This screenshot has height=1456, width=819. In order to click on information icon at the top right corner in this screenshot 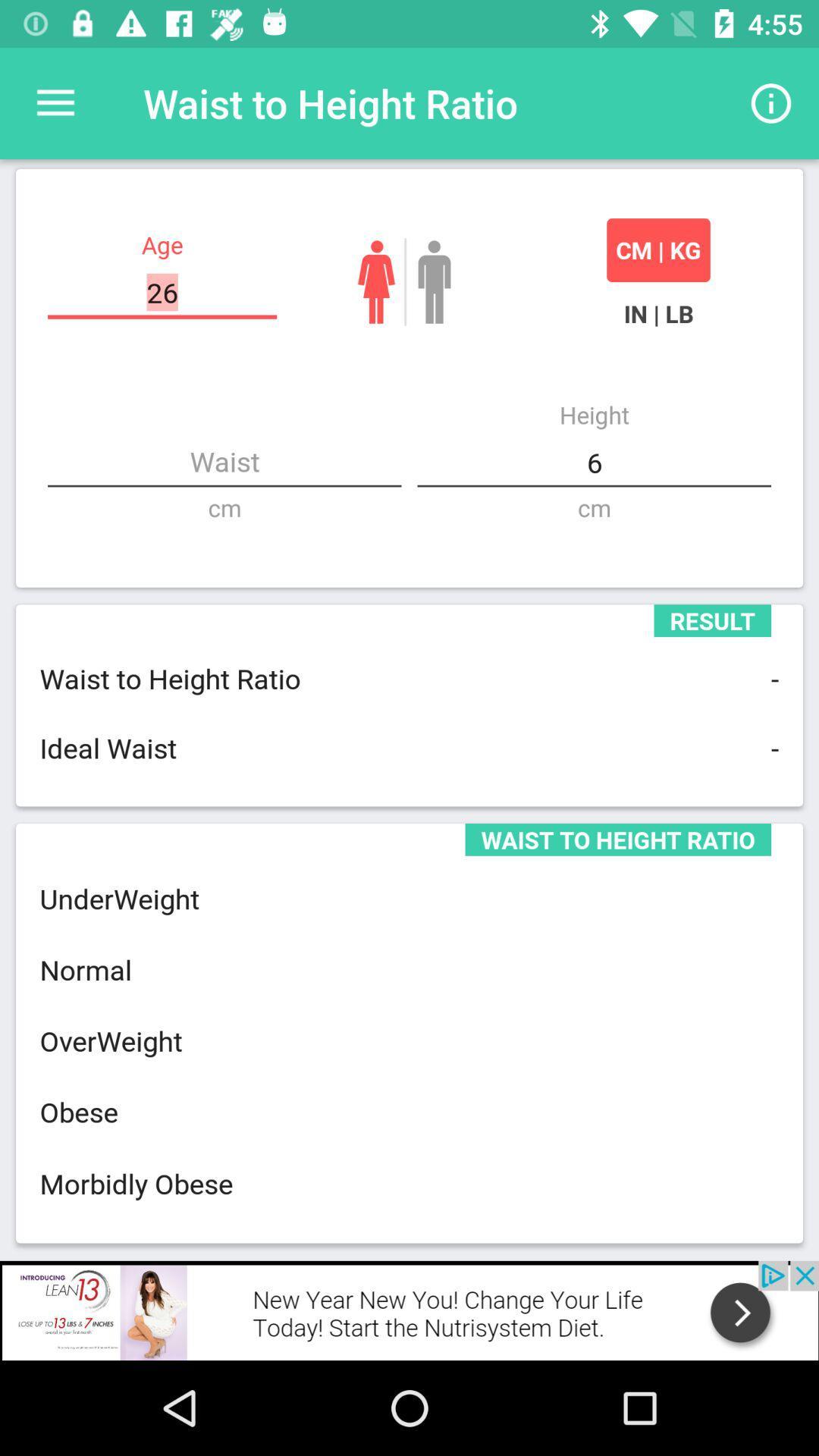, I will do `click(771, 103)`.